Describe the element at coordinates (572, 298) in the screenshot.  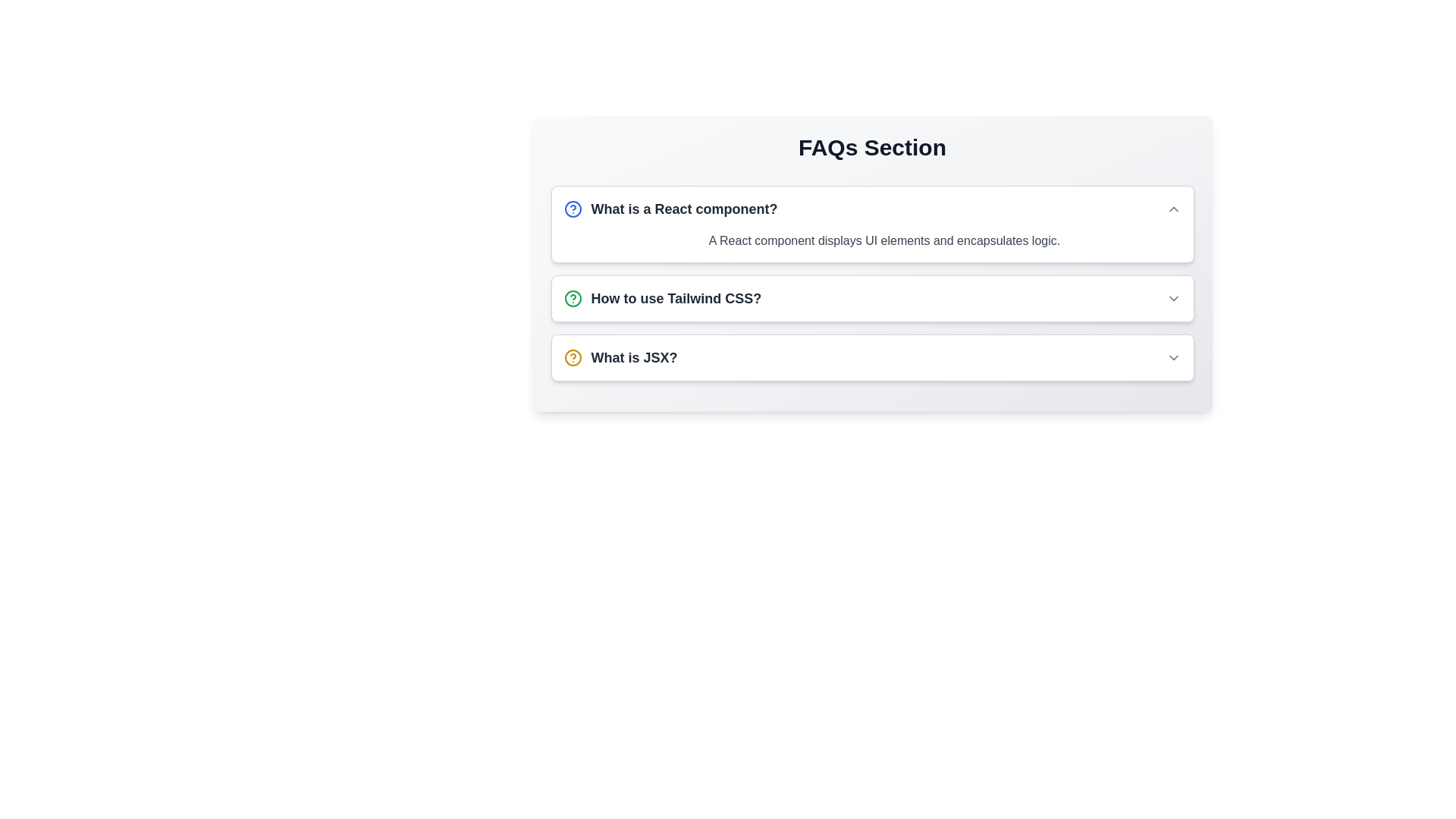
I see `the informational icon next to the FAQ question 'How to use Tailwind CSS?' for additional interaction` at that location.